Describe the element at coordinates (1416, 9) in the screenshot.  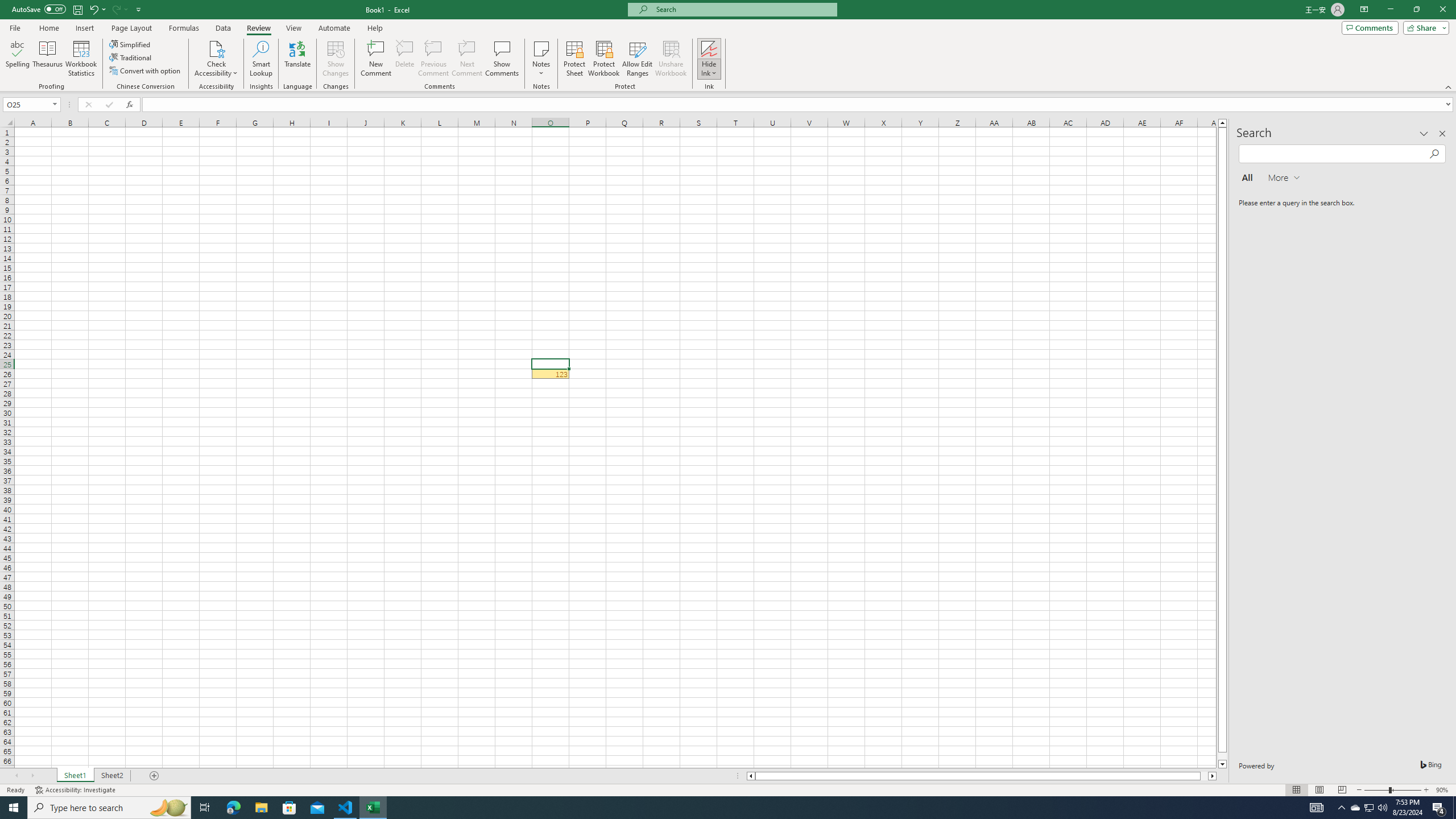
I see `'Restore Down'` at that location.